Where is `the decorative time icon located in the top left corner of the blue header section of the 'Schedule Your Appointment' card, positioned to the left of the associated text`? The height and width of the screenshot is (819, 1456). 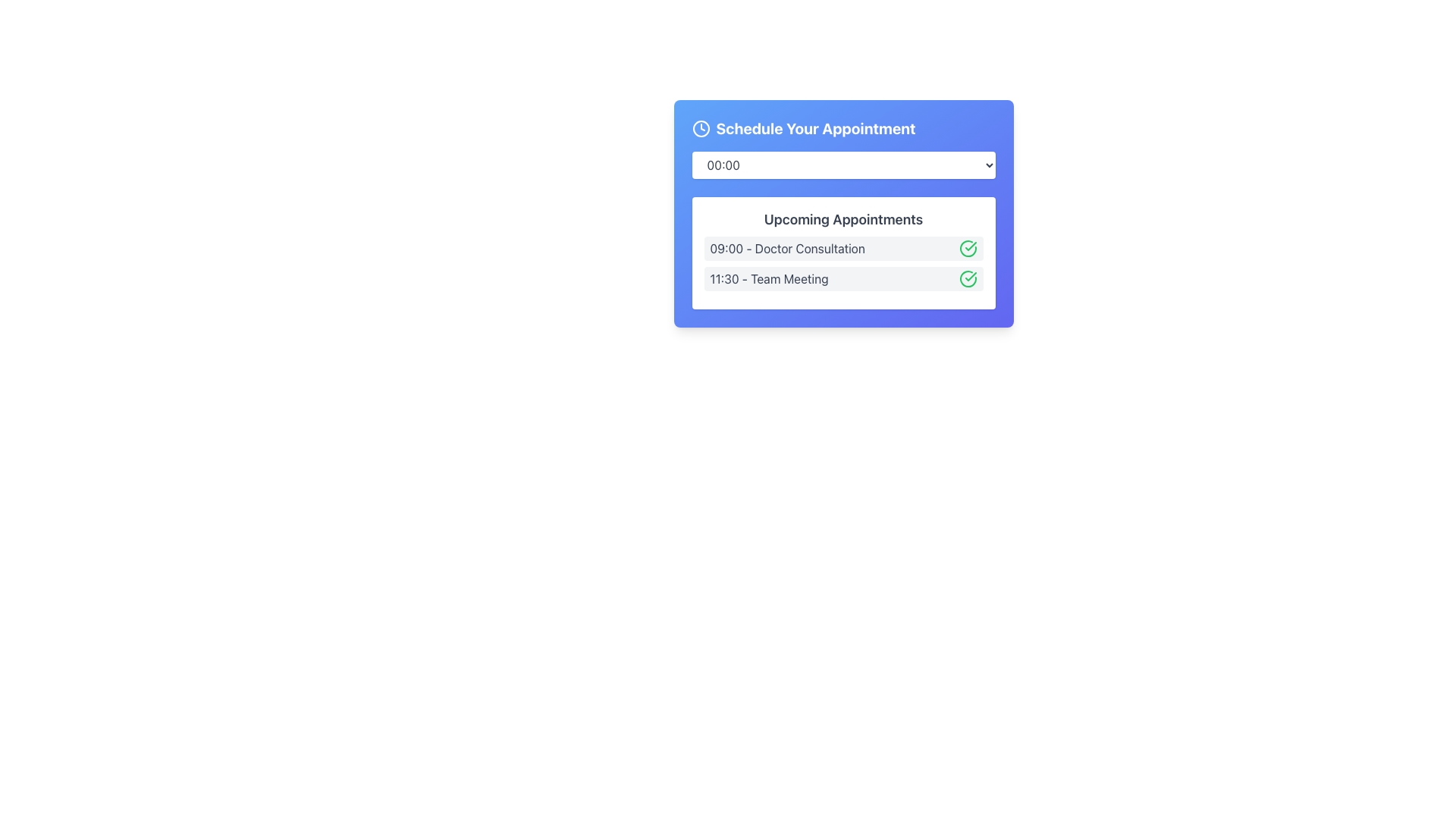 the decorative time icon located in the top left corner of the blue header section of the 'Schedule Your Appointment' card, positioned to the left of the associated text is located at coordinates (700, 127).